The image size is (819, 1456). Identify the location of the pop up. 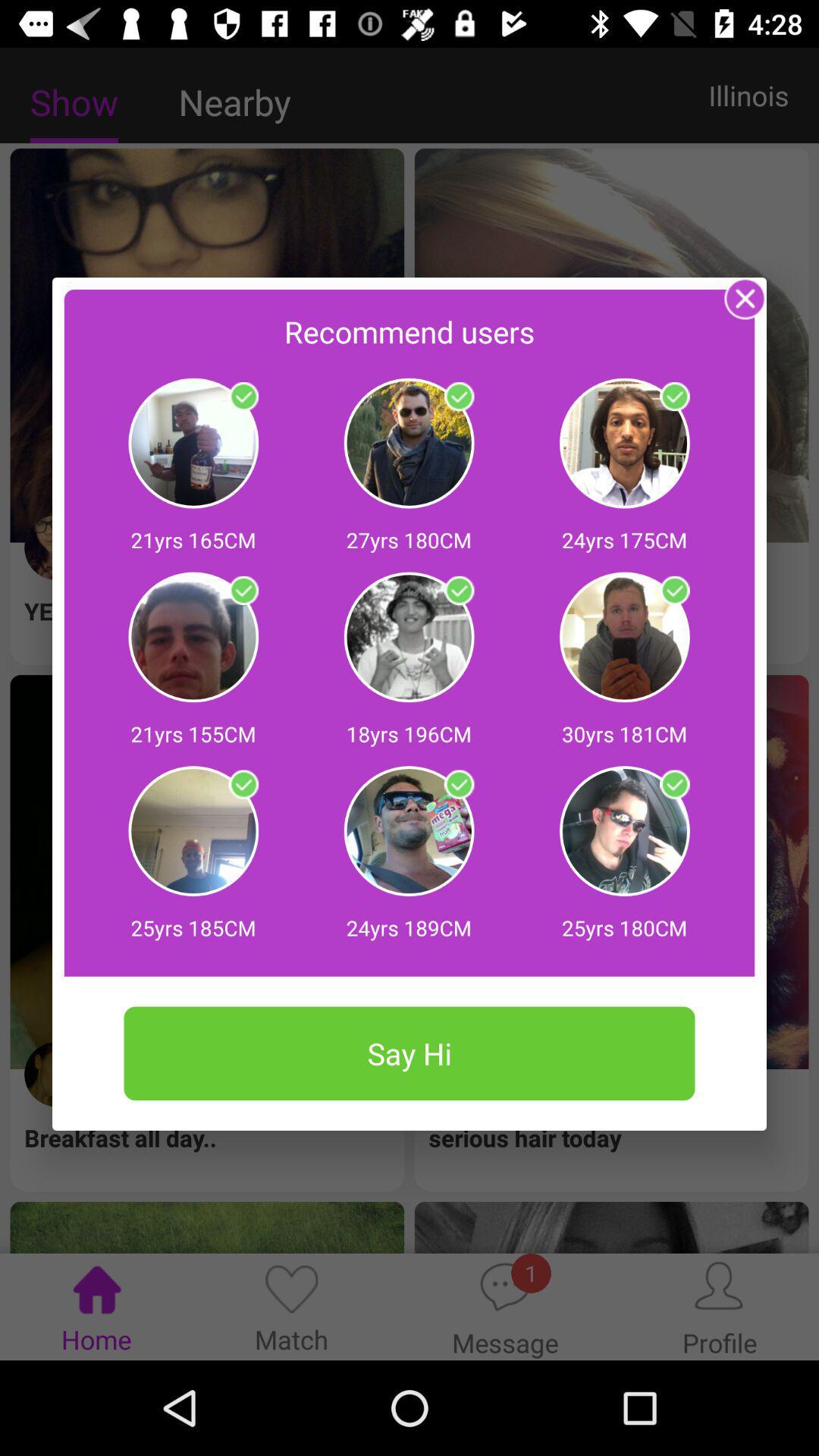
(745, 298).